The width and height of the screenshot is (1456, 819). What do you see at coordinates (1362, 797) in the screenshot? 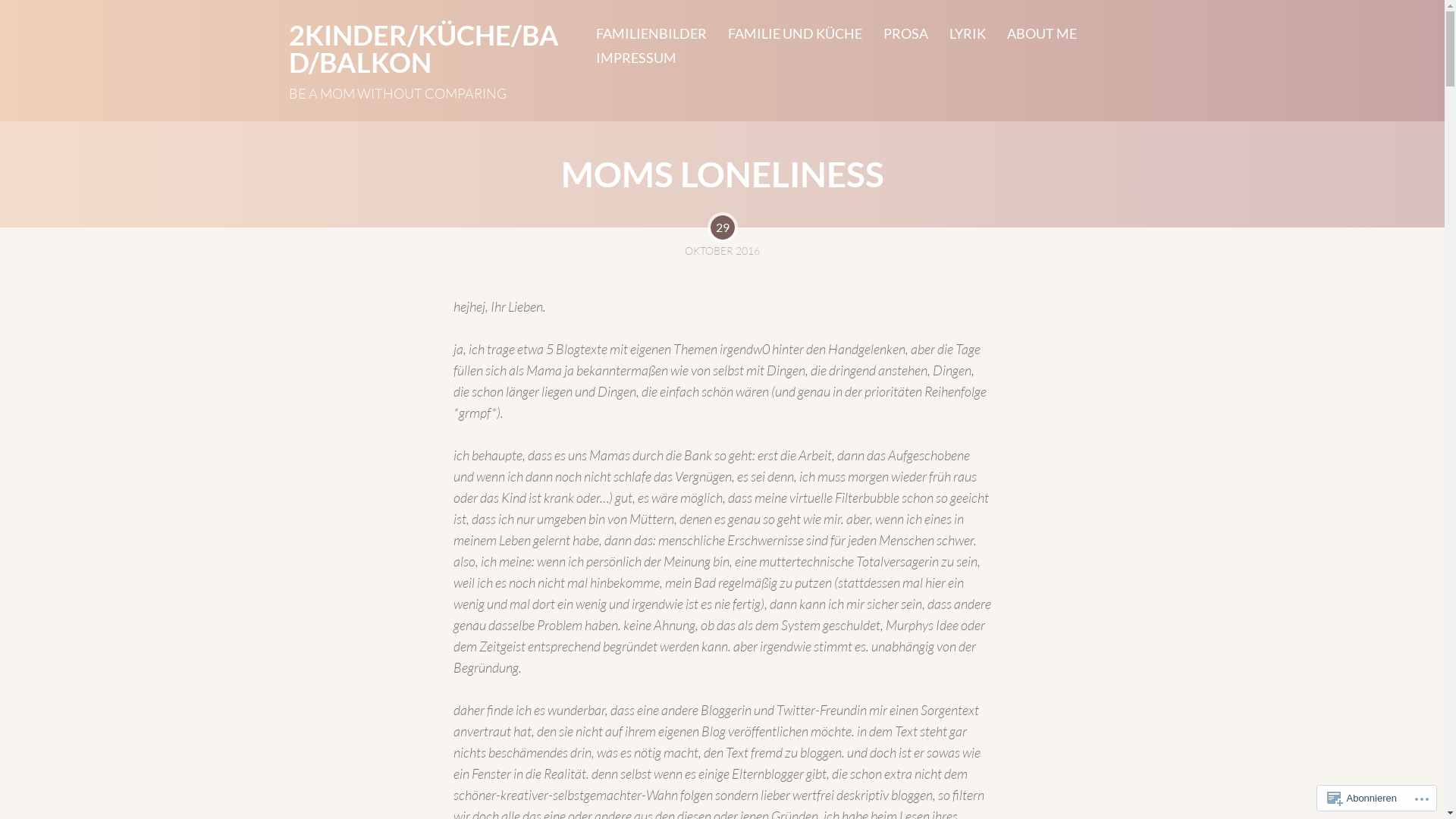
I see `'Abonnieren'` at bounding box center [1362, 797].